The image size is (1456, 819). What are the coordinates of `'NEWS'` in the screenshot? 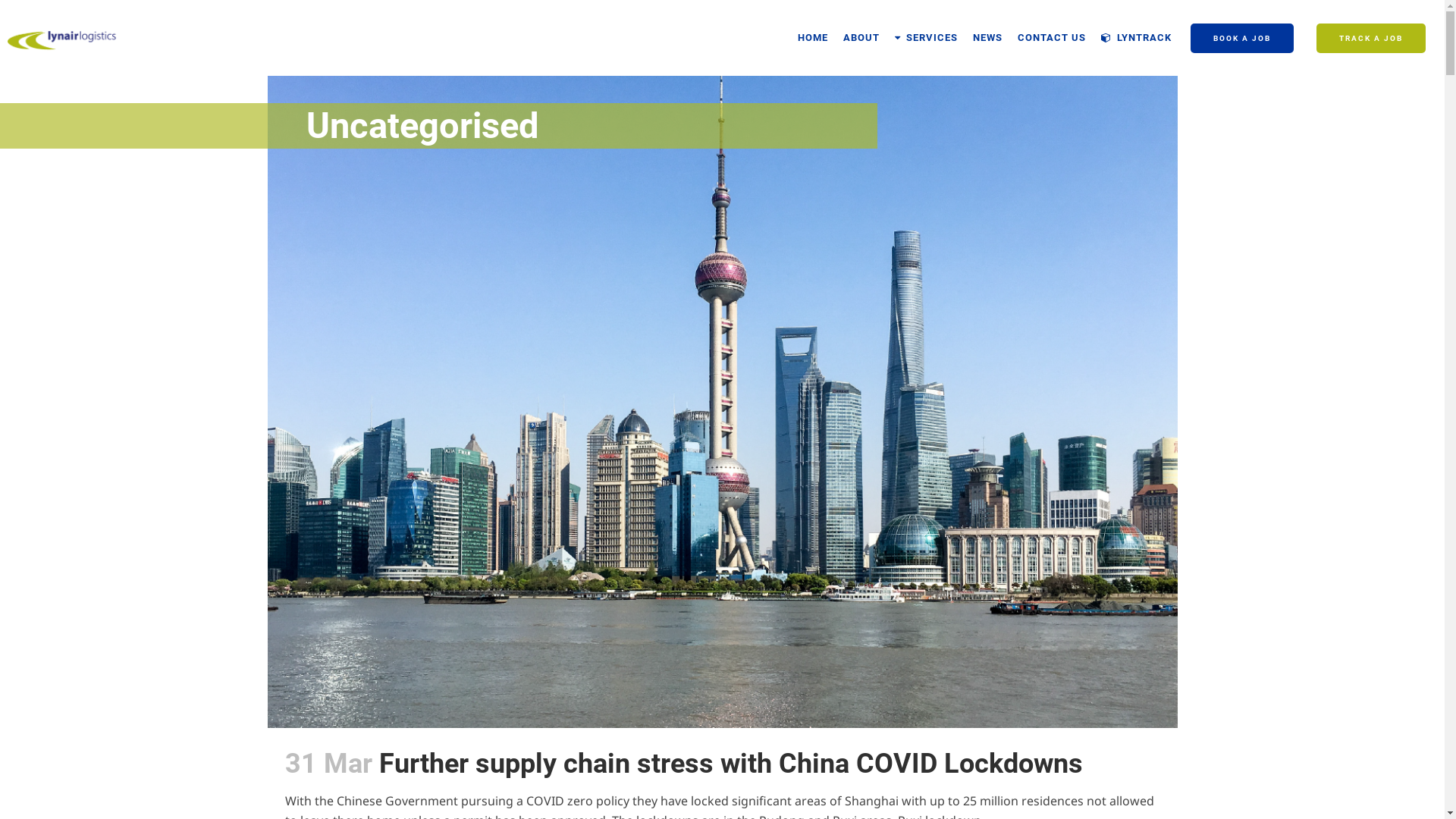 It's located at (987, 37).